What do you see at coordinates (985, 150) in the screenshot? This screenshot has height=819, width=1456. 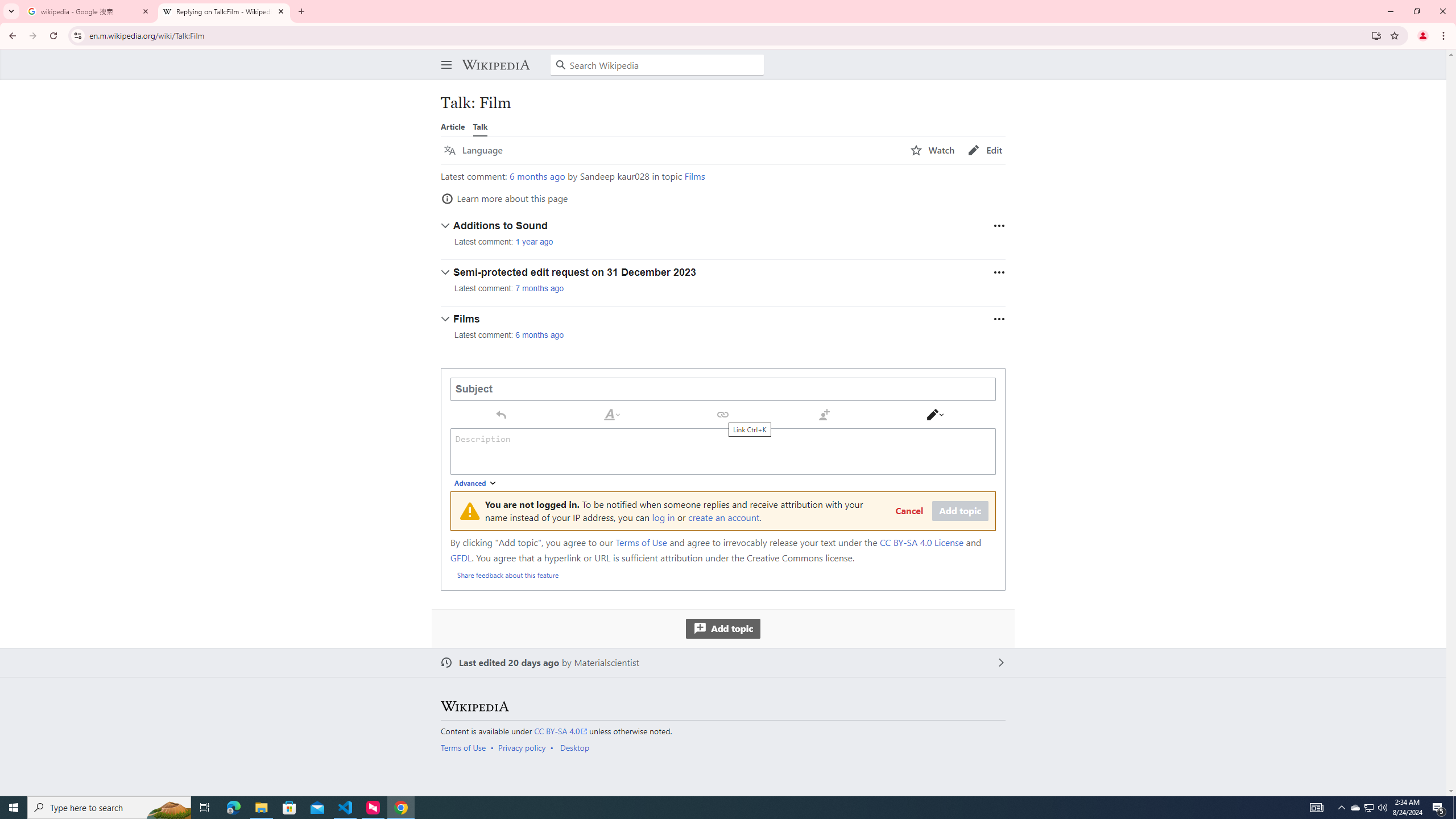 I see `'Edit'` at bounding box center [985, 150].